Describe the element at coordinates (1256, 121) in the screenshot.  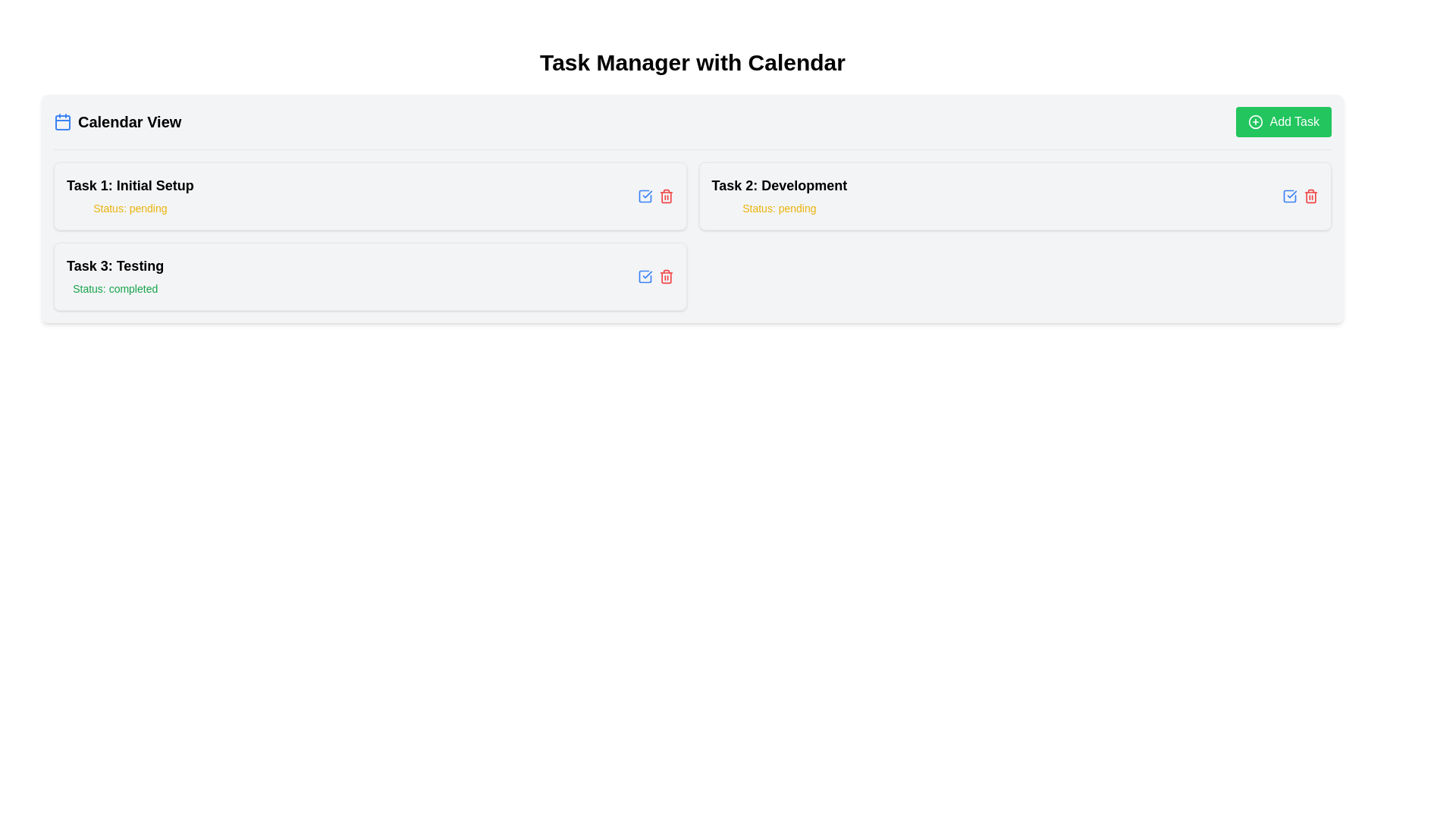
I see `the circular icon with a green background and a white plus sign located at the left end of the 'Add Task' button in the top-right area of the header section` at that location.